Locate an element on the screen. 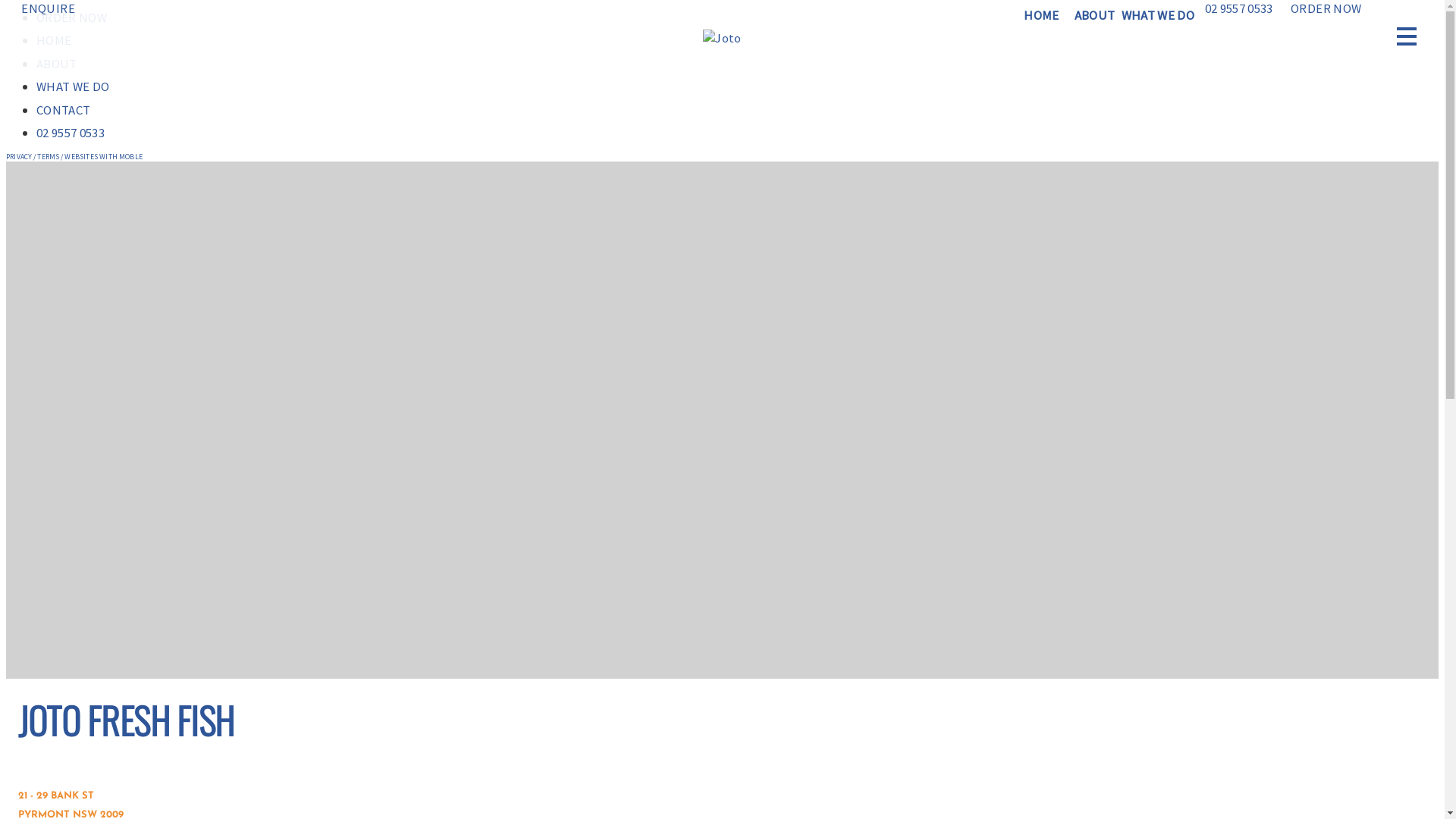 Image resolution: width=1456 pixels, height=819 pixels. 'CONTACT' is located at coordinates (62, 109).